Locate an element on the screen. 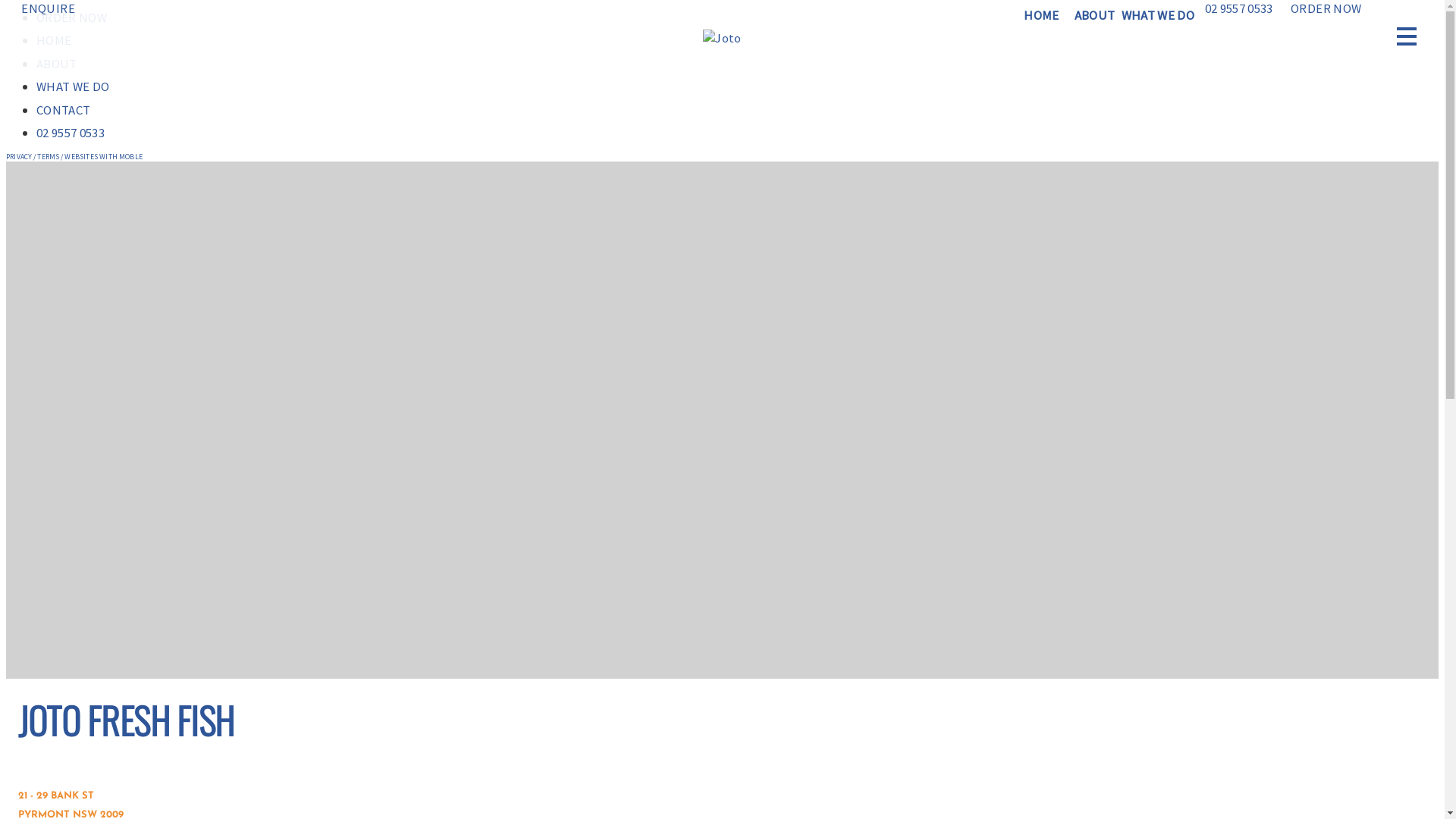 Image resolution: width=1456 pixels, height=819 pixels. 'CONTACT' is located at coordinates (62, 109).